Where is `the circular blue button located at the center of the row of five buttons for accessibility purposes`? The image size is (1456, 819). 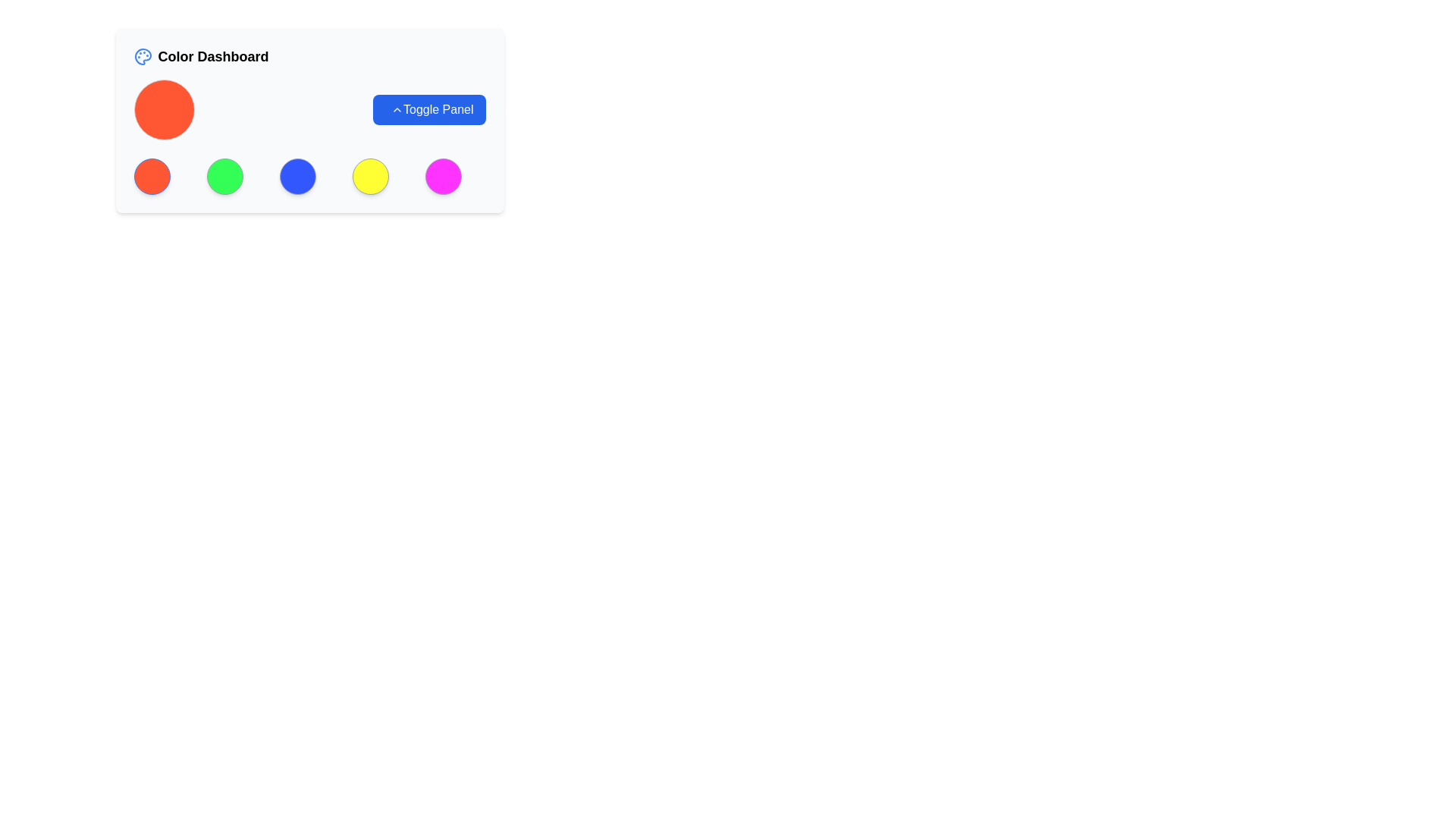 the circular blue button located at the center of the row of five buttons for accessibility purposes is located at coordinates (297, 175).